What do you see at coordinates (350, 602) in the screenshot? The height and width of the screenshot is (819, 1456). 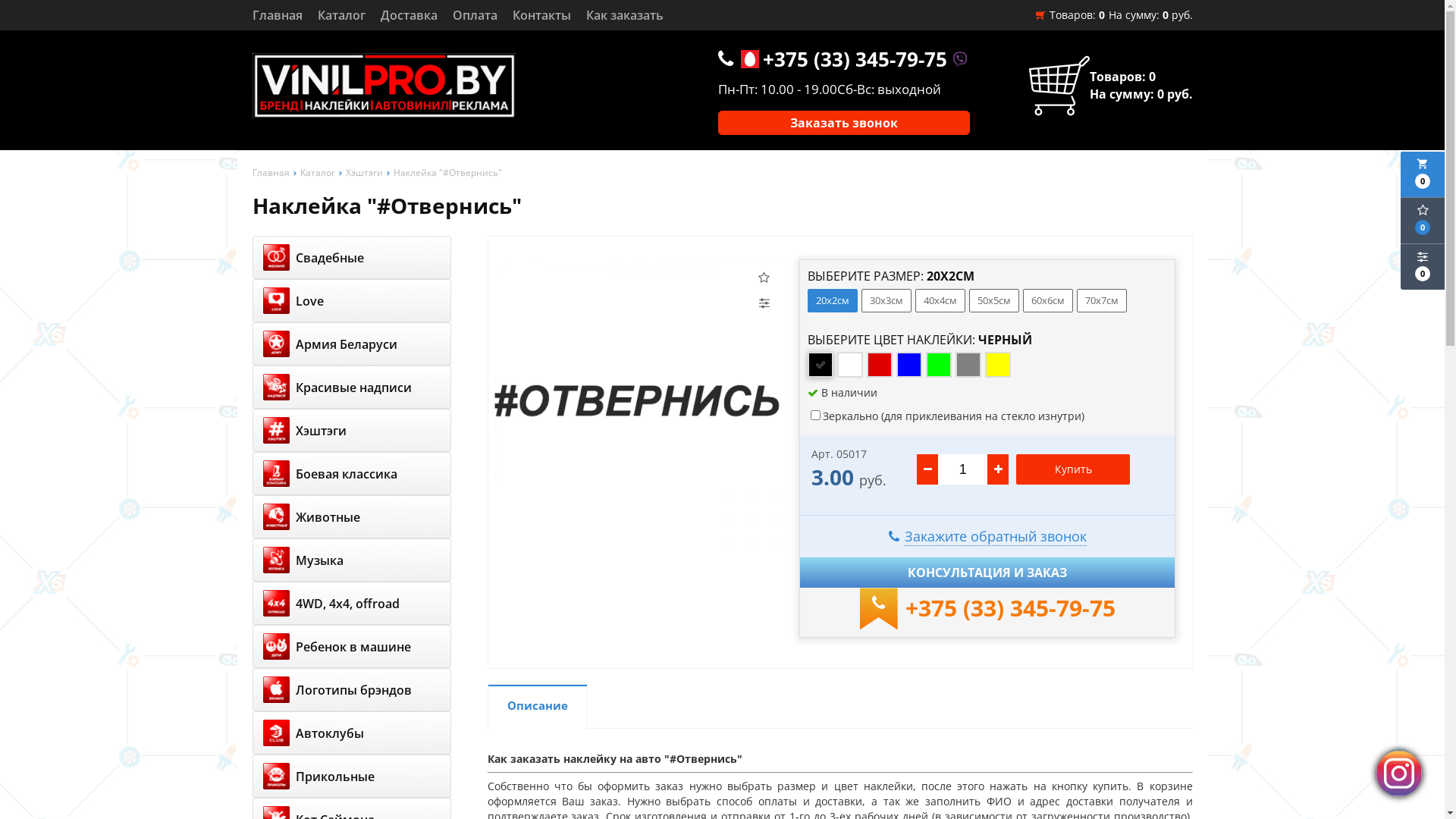 I see `'4WD, 4x4, offroad'` at bounding box center [350, 602].